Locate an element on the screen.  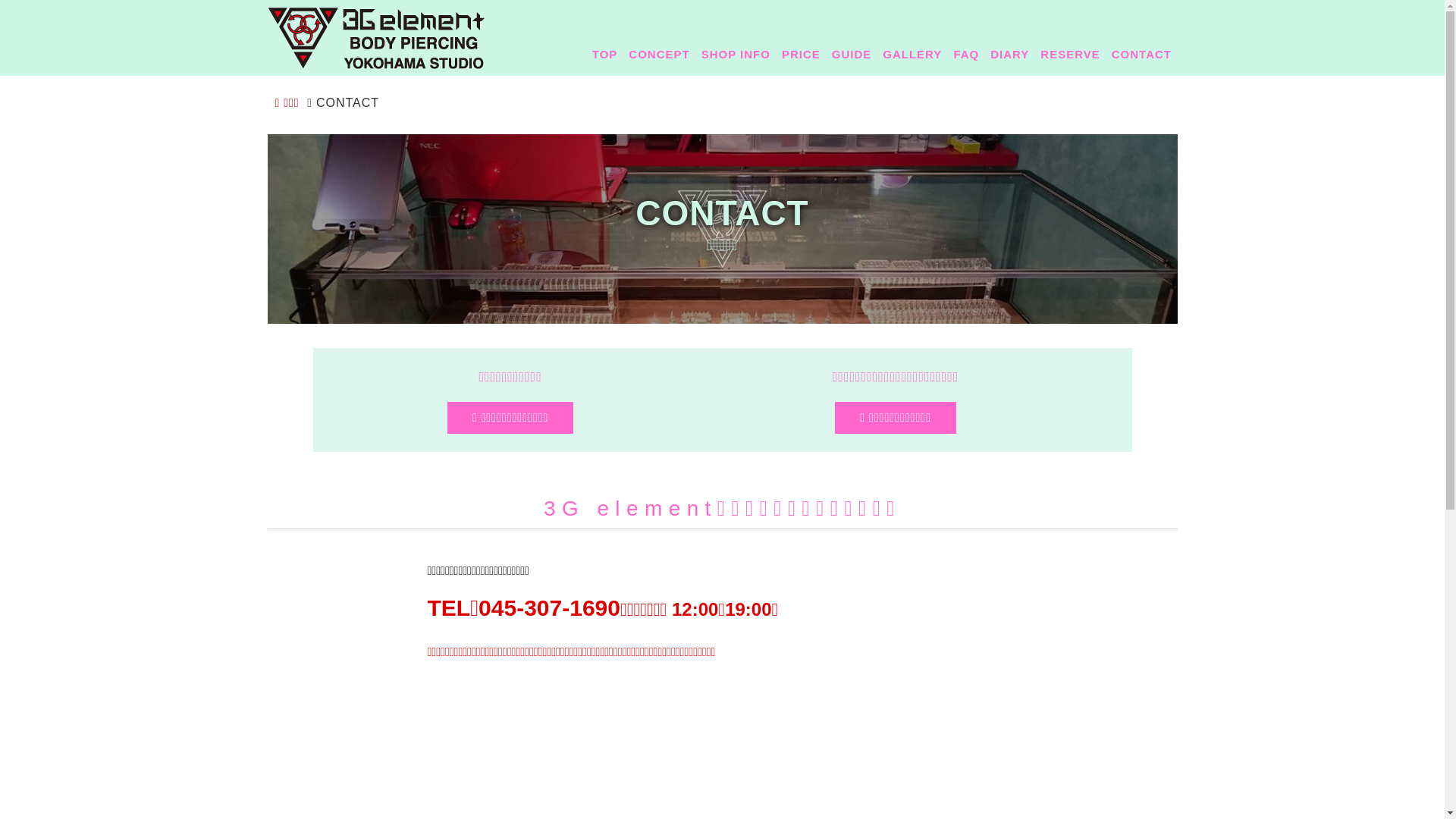
'GALLERY' is located at coordinates (912, 52).